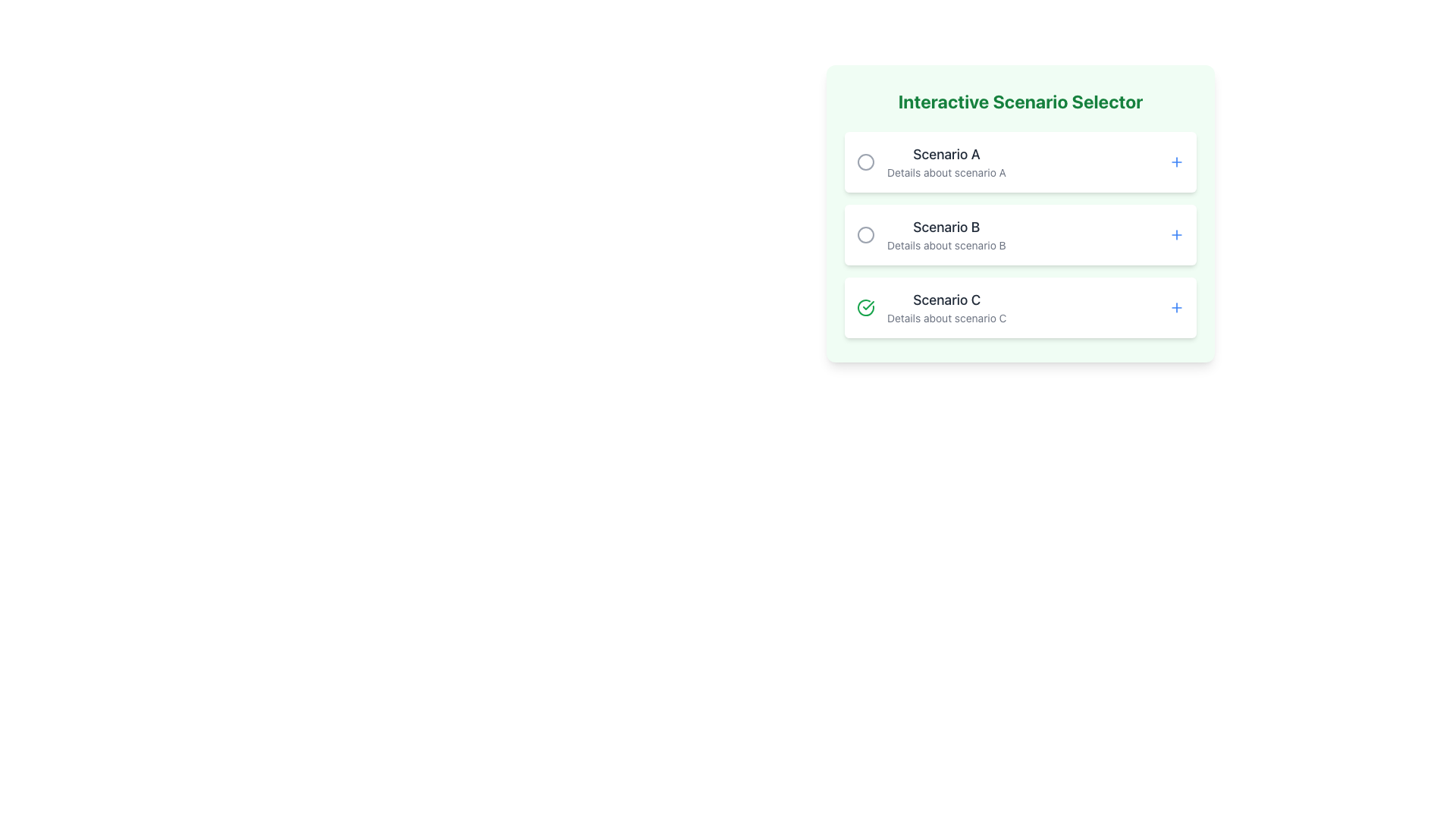 Image resolution: width=1456 pixels, height=819 pixels. I want to click on text label that says 'Details about scenario B', which is styled in a smaller font size and gray color, located below the header 'Scenario B', so click(946, 245).